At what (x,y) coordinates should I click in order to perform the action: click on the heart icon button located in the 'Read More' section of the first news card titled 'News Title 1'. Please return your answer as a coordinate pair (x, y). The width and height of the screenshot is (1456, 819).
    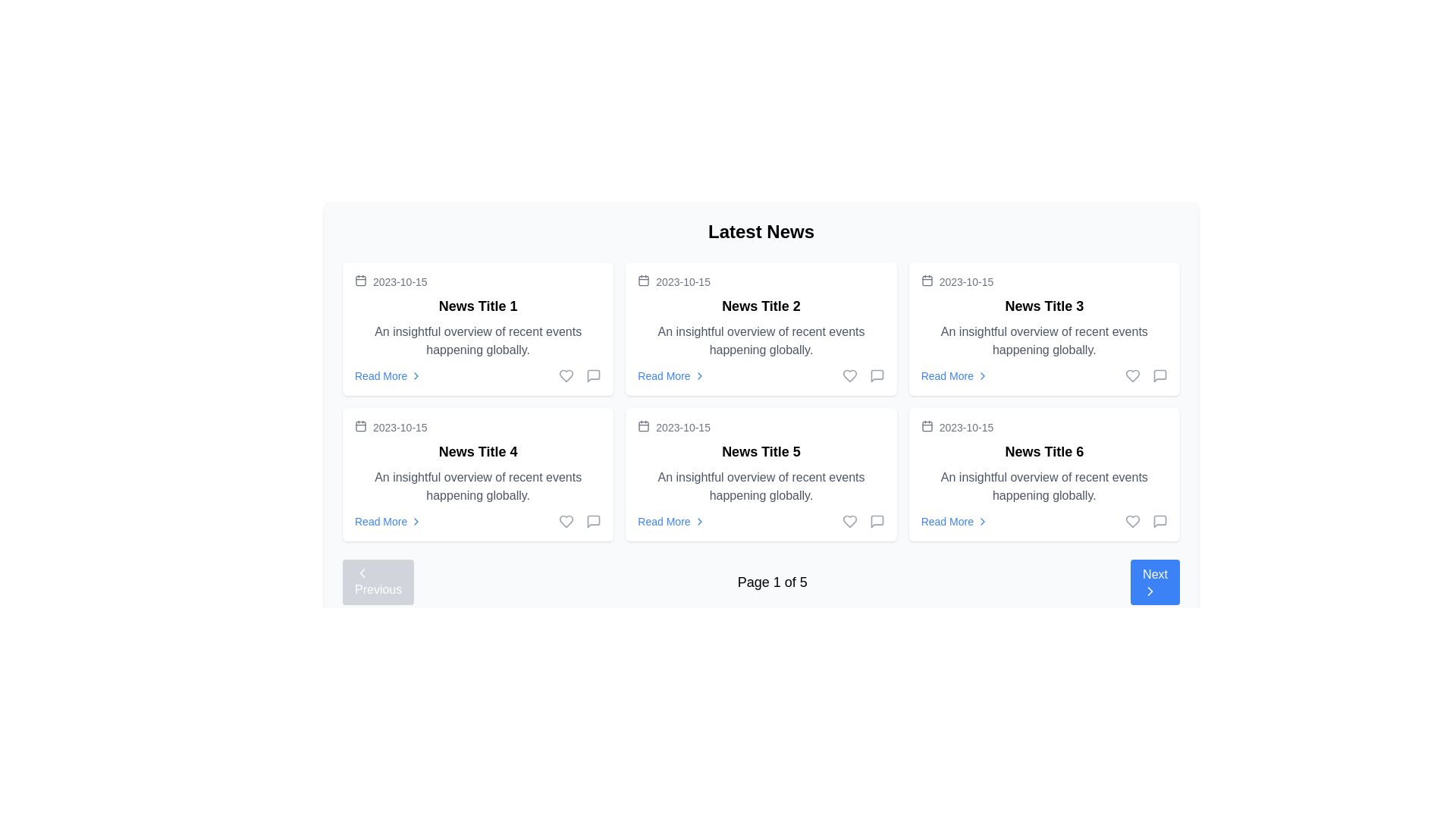
    Looking at the image, I should click on (579, 375).